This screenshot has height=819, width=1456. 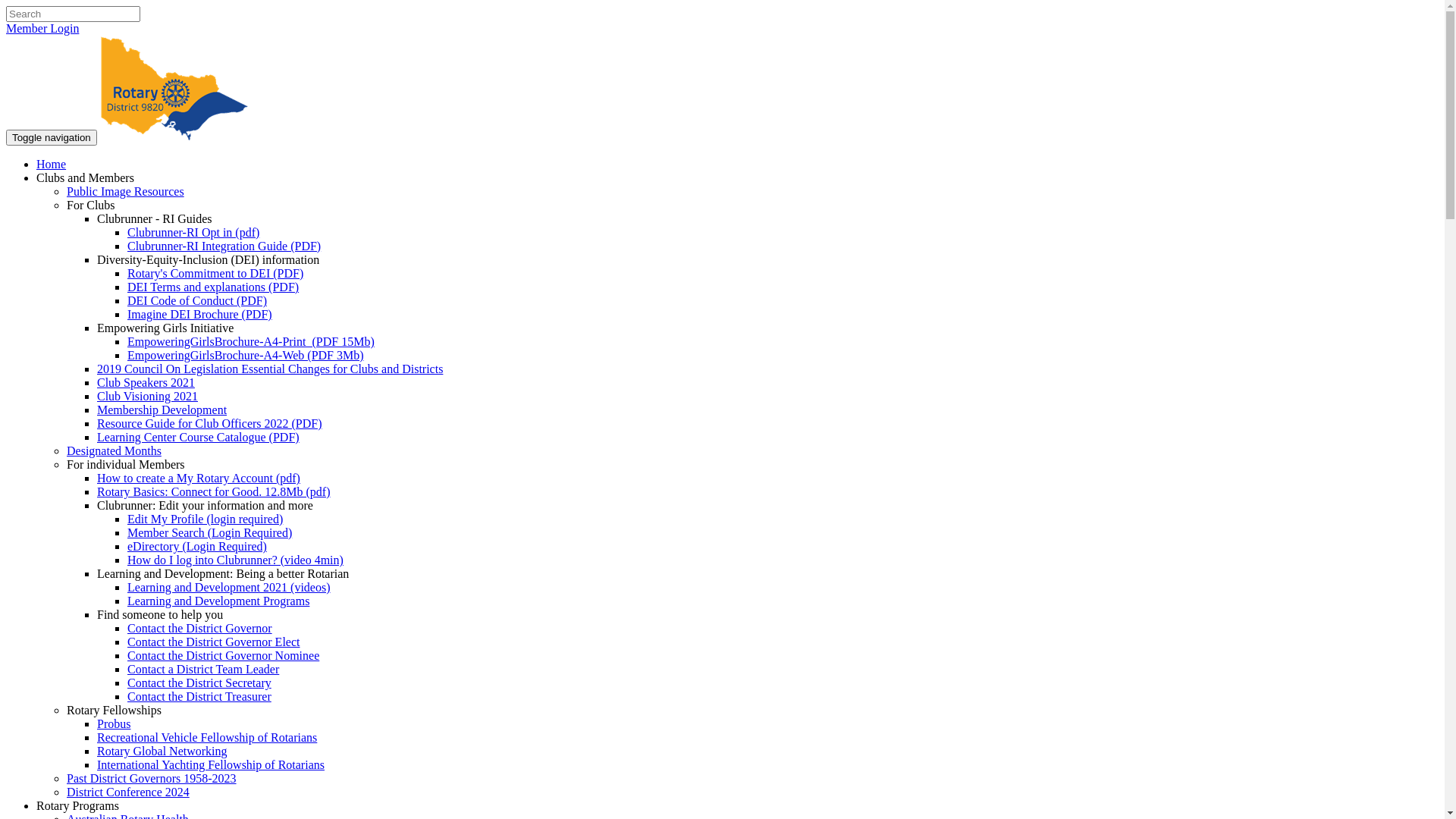 What do you see at coordinates (197, 437) in the screenshot?
I see `'Learning Center Course Catalogue (PDF)'` at bounding box center [197, 437].